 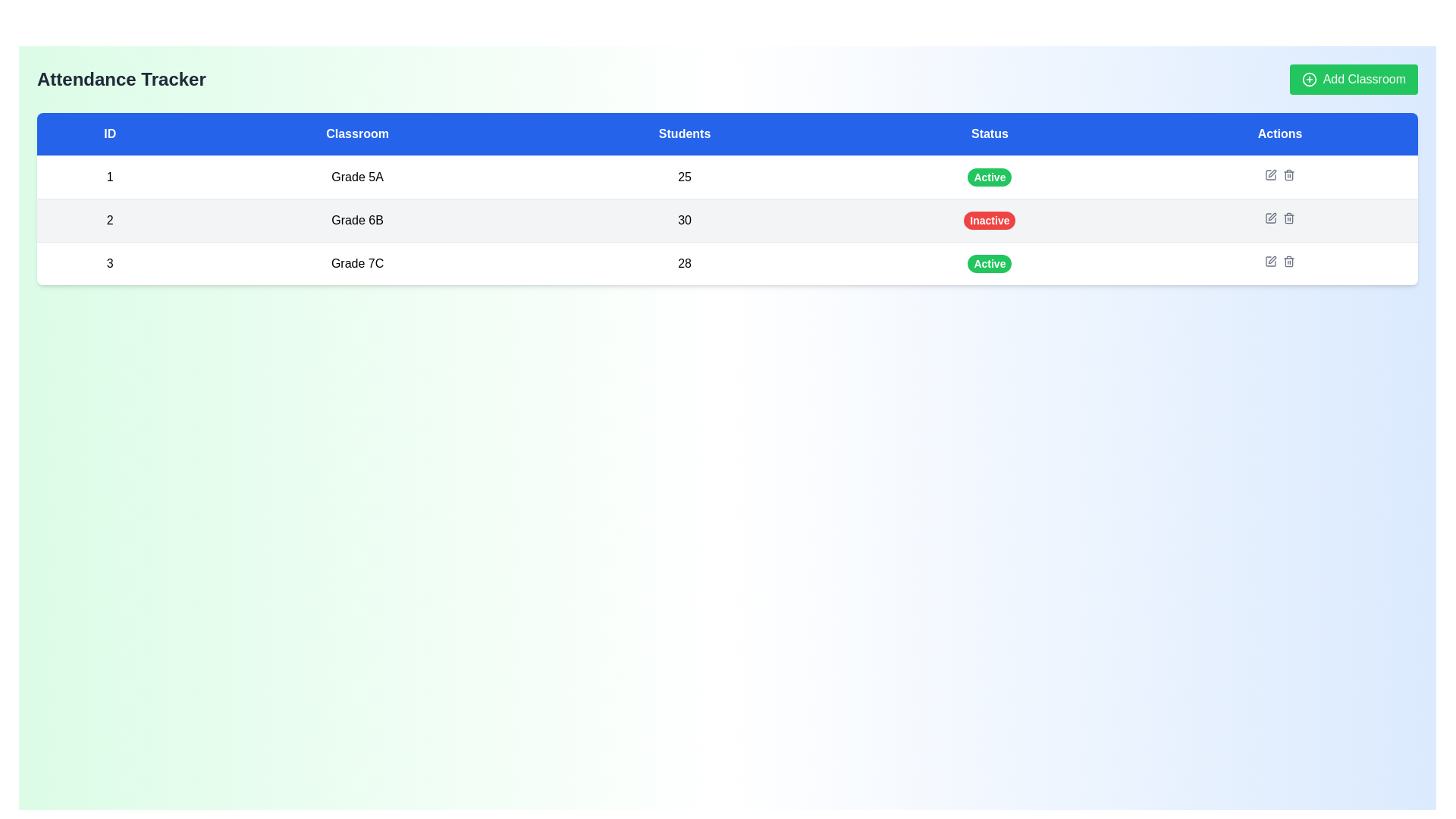 What do you see at coordinates (726, 262) in the screenshot?
I see `the table row displaying data for classroom ID '3', named 'Grade 7C', with status 'Active'` at bounding box center [726, 262].